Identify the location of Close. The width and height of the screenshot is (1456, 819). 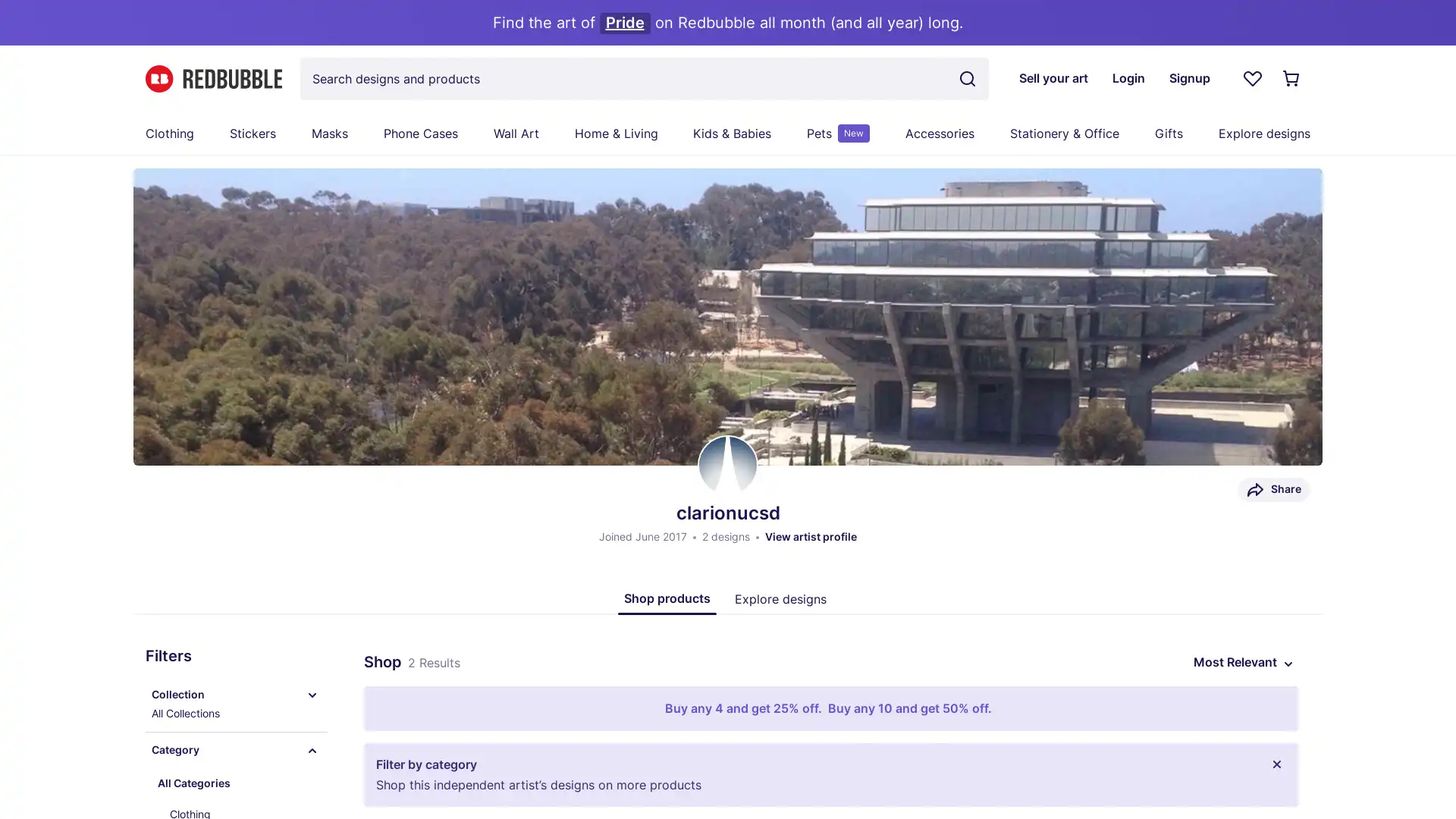
(1276, 764).